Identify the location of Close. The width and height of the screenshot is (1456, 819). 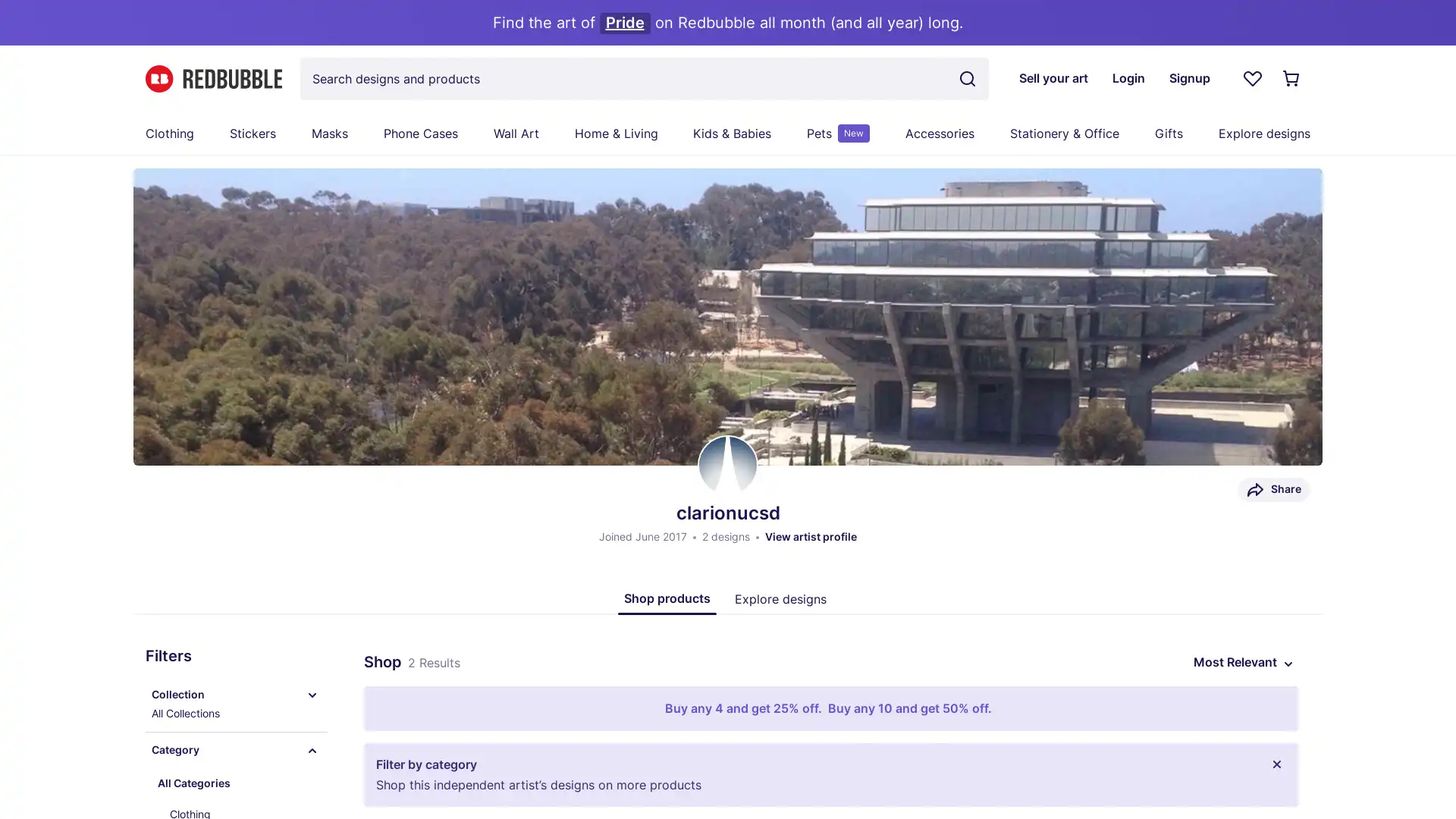
(1276, 764).